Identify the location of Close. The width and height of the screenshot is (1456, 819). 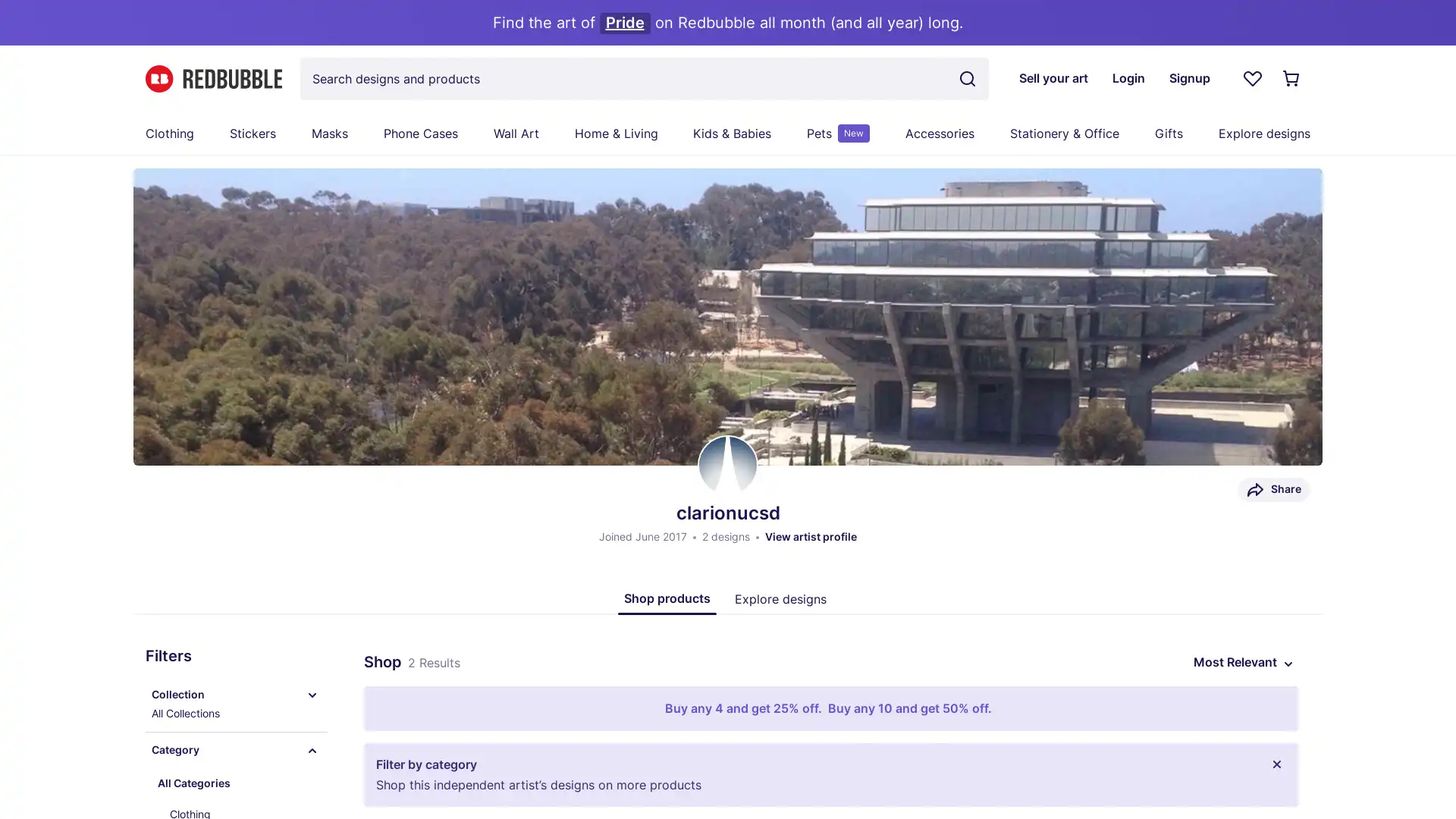
(1276, 764).